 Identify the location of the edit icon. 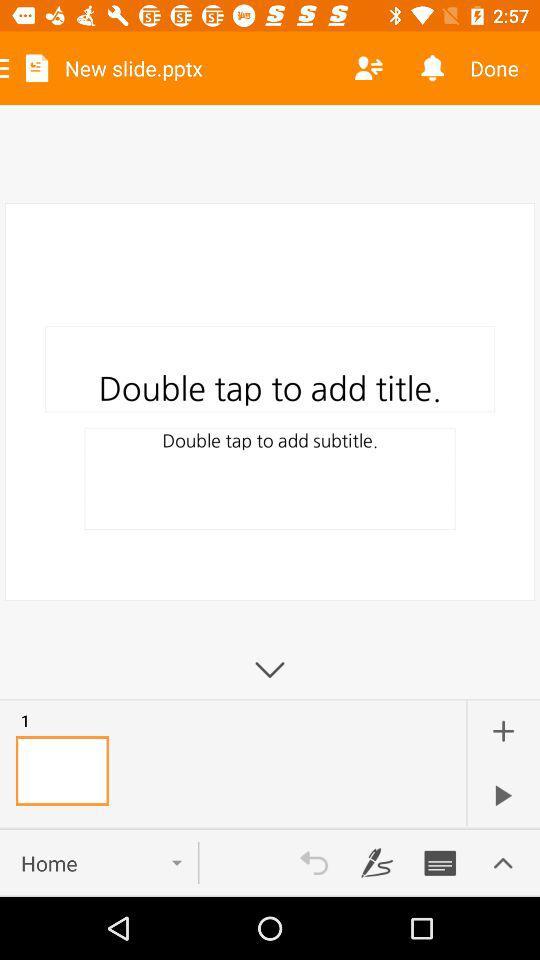
(377, 862).